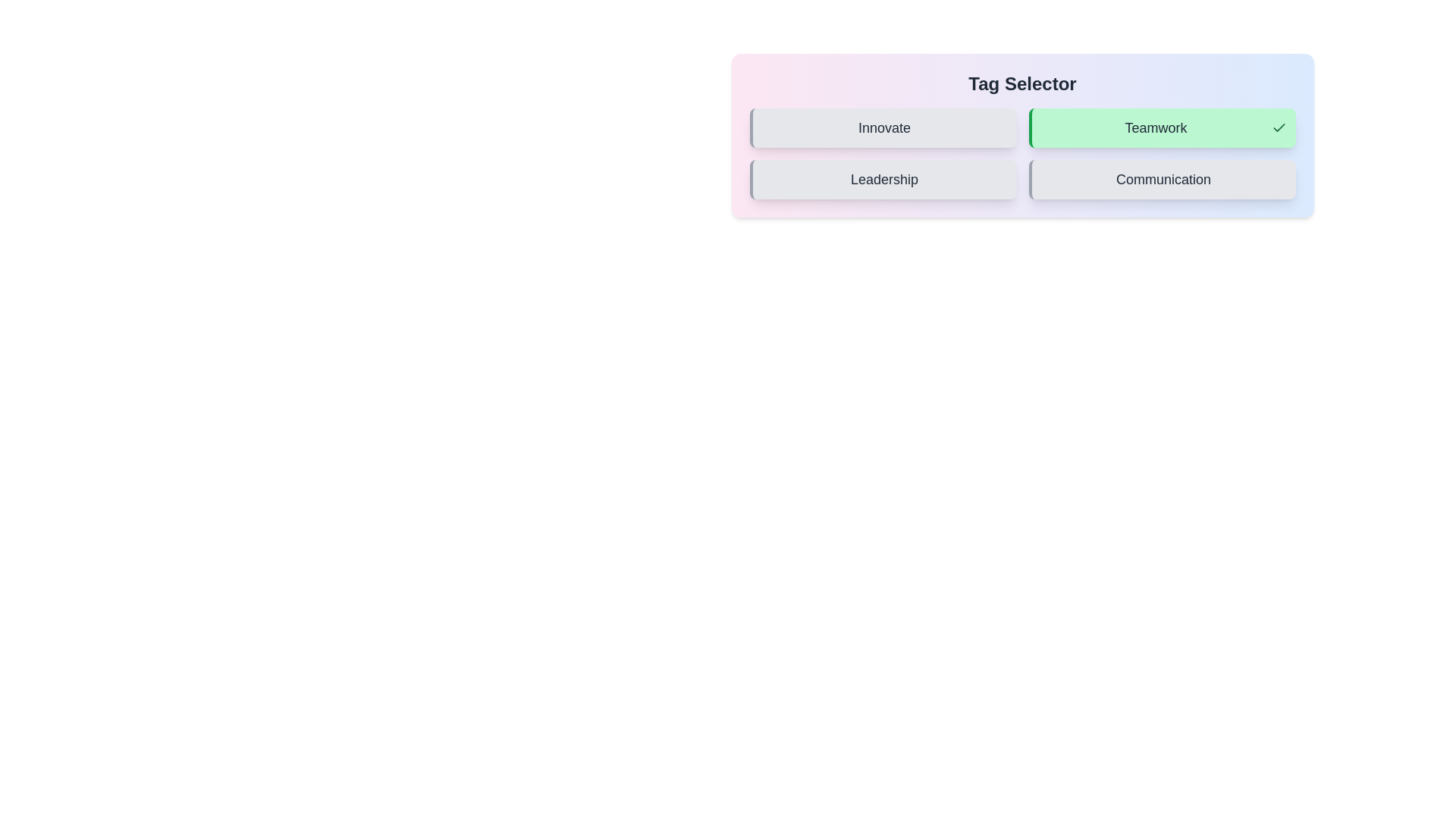 This screenshot has width=1456, height=819. I want to click on the tag Communication to observe hover effects, so click(1161, 178).